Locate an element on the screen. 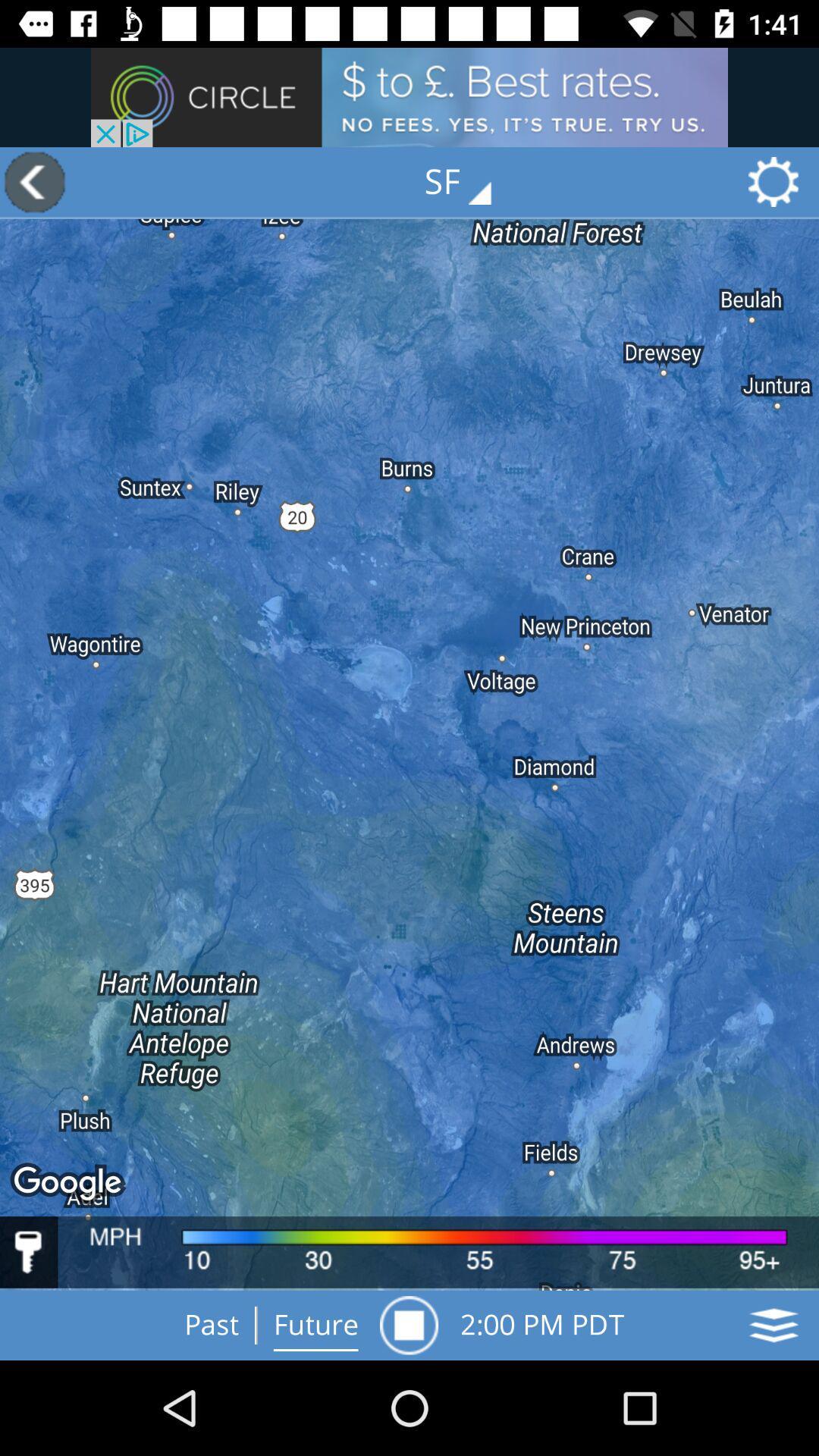  option past at bottom of page is located at coordinates (211, 1324).